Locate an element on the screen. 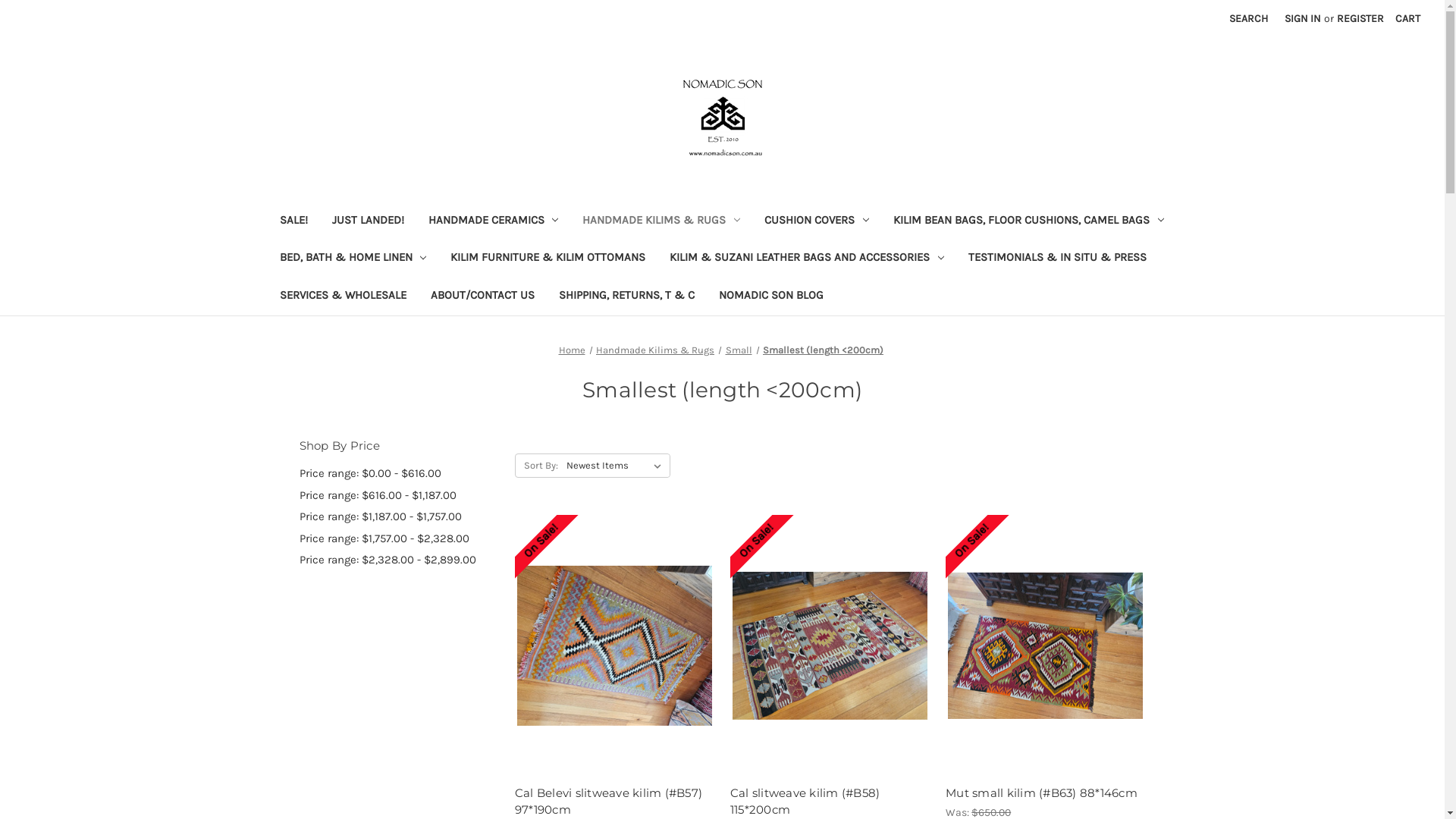 The width and height of the screenshot is (1456, 819). 'SHIPPING, RETURNS, T & C' is located at coordinates (626, 297).